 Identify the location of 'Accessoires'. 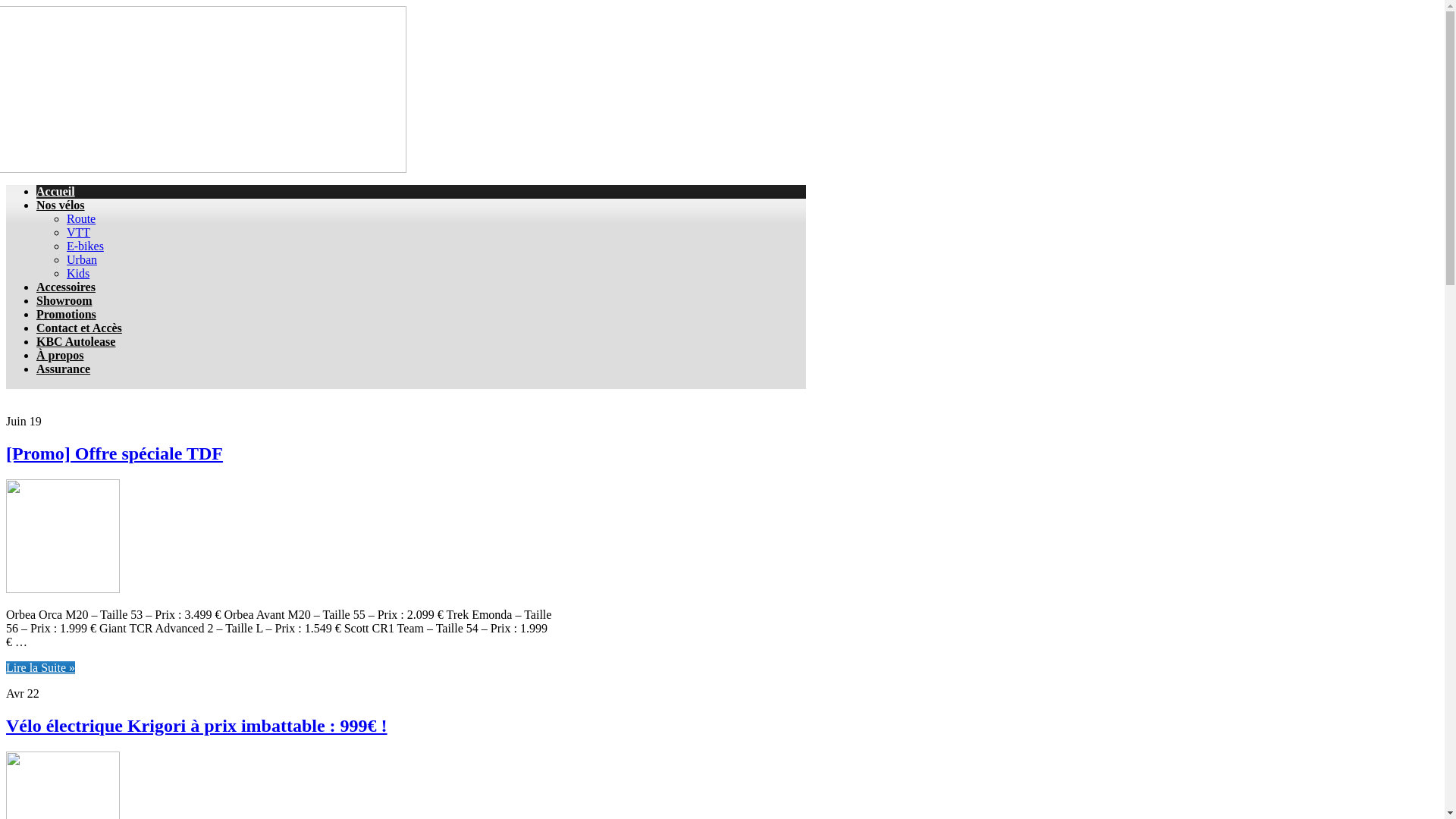
(64, 287).